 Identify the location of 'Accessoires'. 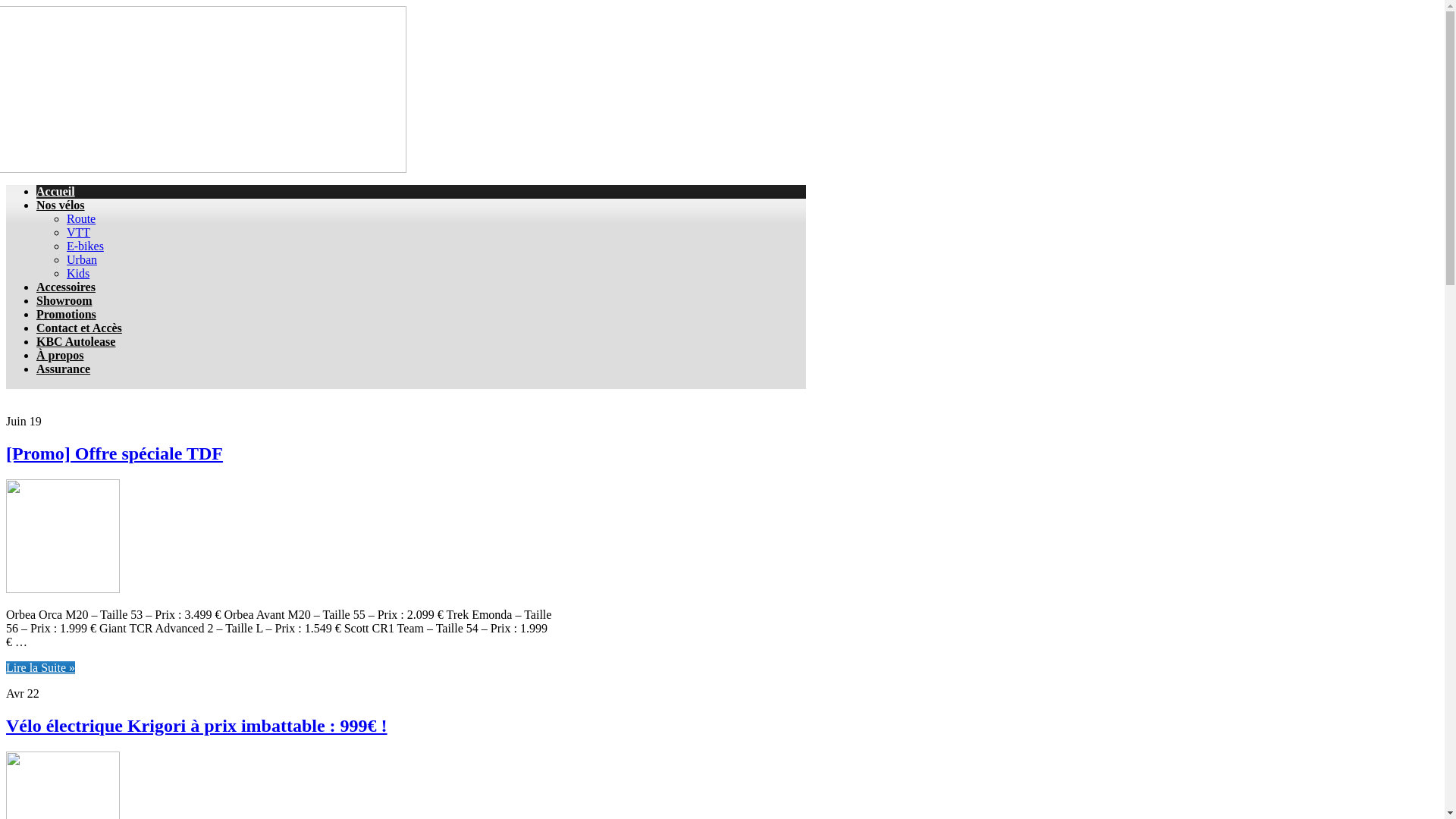
(64, 287).